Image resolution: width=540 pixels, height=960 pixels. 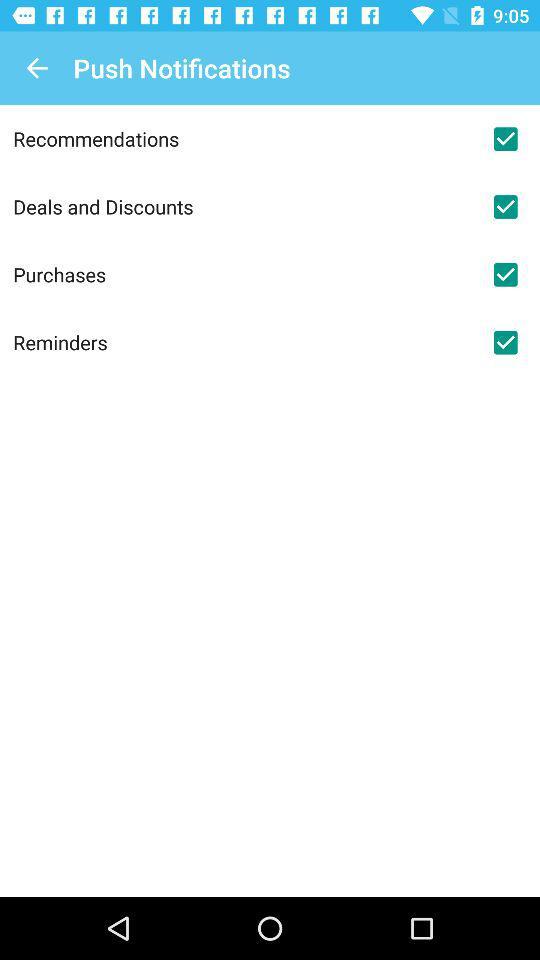 What do you see at coordinates (504, 342) in the screenshot?
I see `reminders option` at bounding box center [504, 342].